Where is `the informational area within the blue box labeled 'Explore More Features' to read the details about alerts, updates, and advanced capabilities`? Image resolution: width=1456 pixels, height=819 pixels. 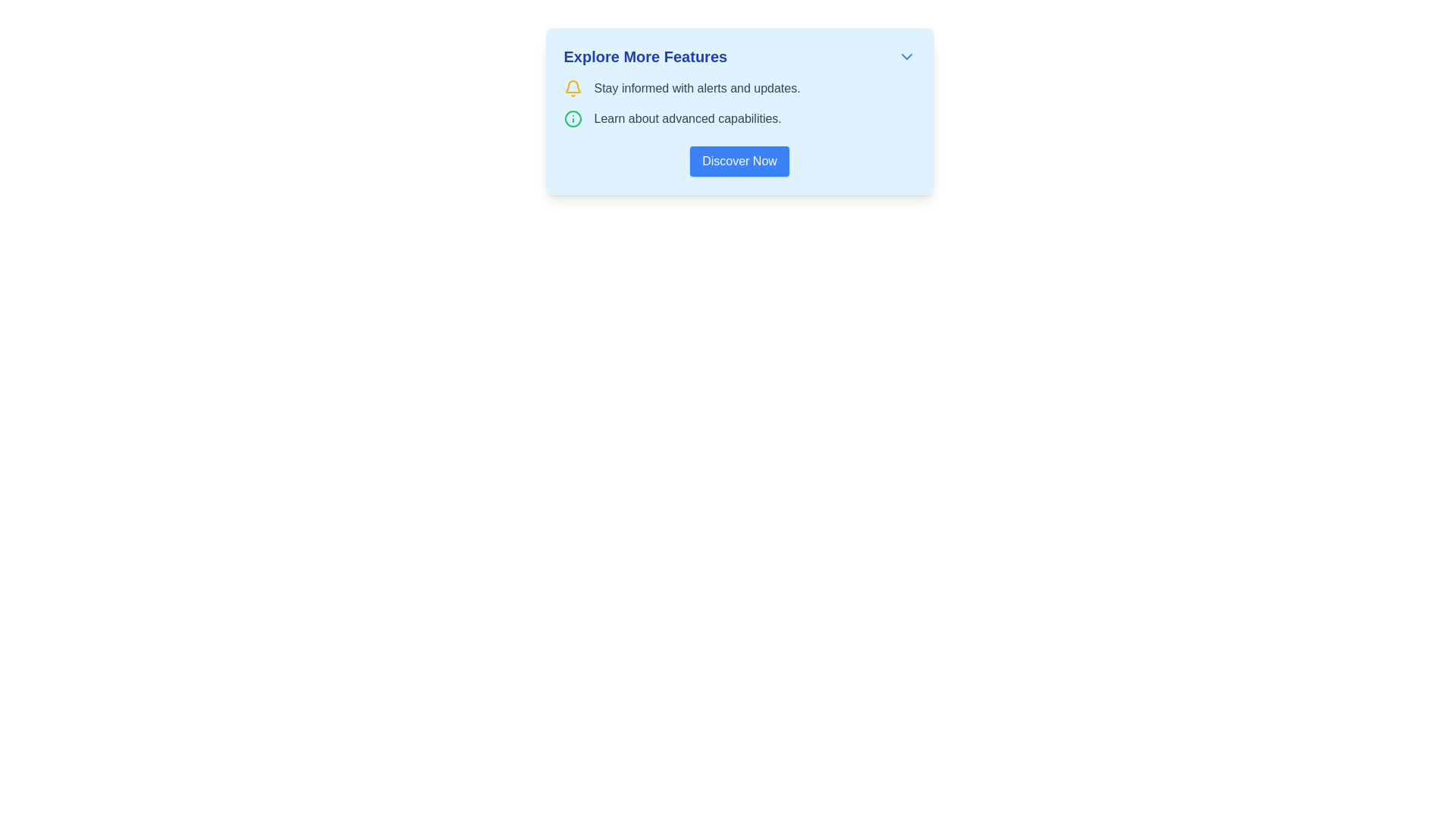 the informational area within the blue box labeled 'Explore More Features' to read the details about alerts, updates, and advanced capabilities is located at coordinates (739, 103).